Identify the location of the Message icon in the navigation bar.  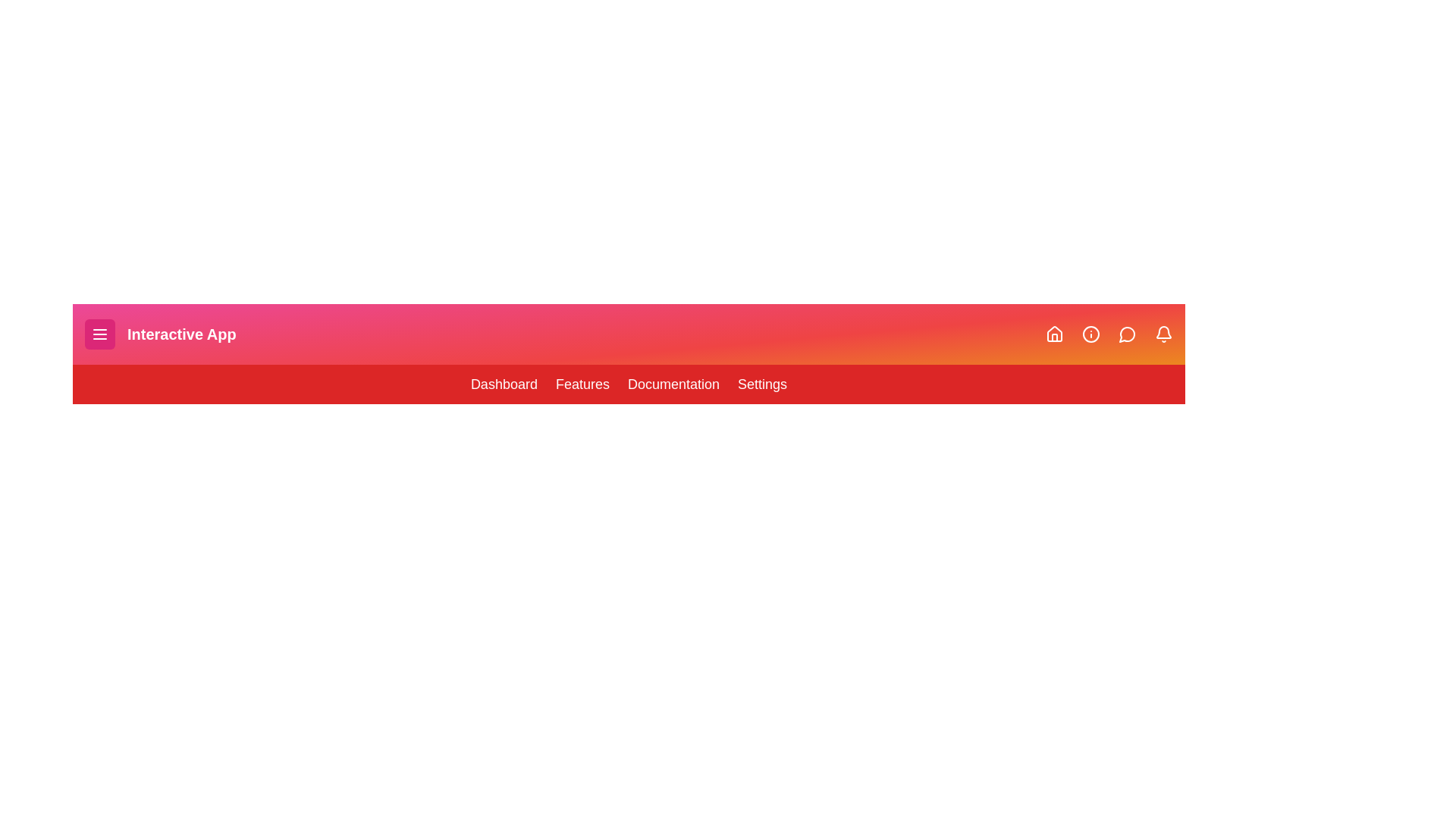
(1128, 333).